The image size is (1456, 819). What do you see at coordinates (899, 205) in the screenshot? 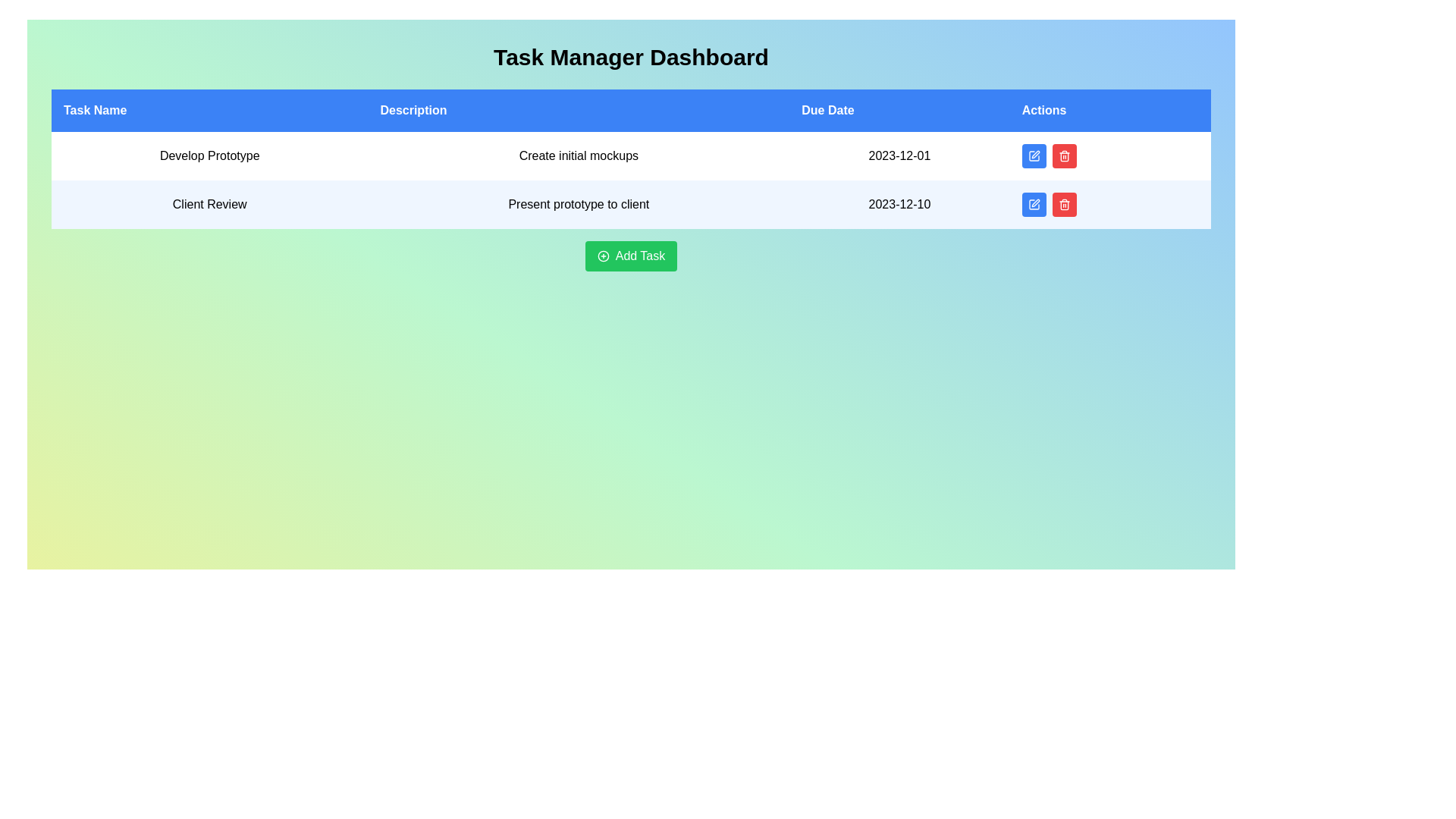
I see `the text display showing the due date for a task in the task management dashboard, located in the second row under the 'Due Date' header` at bounding box center [899, 205].